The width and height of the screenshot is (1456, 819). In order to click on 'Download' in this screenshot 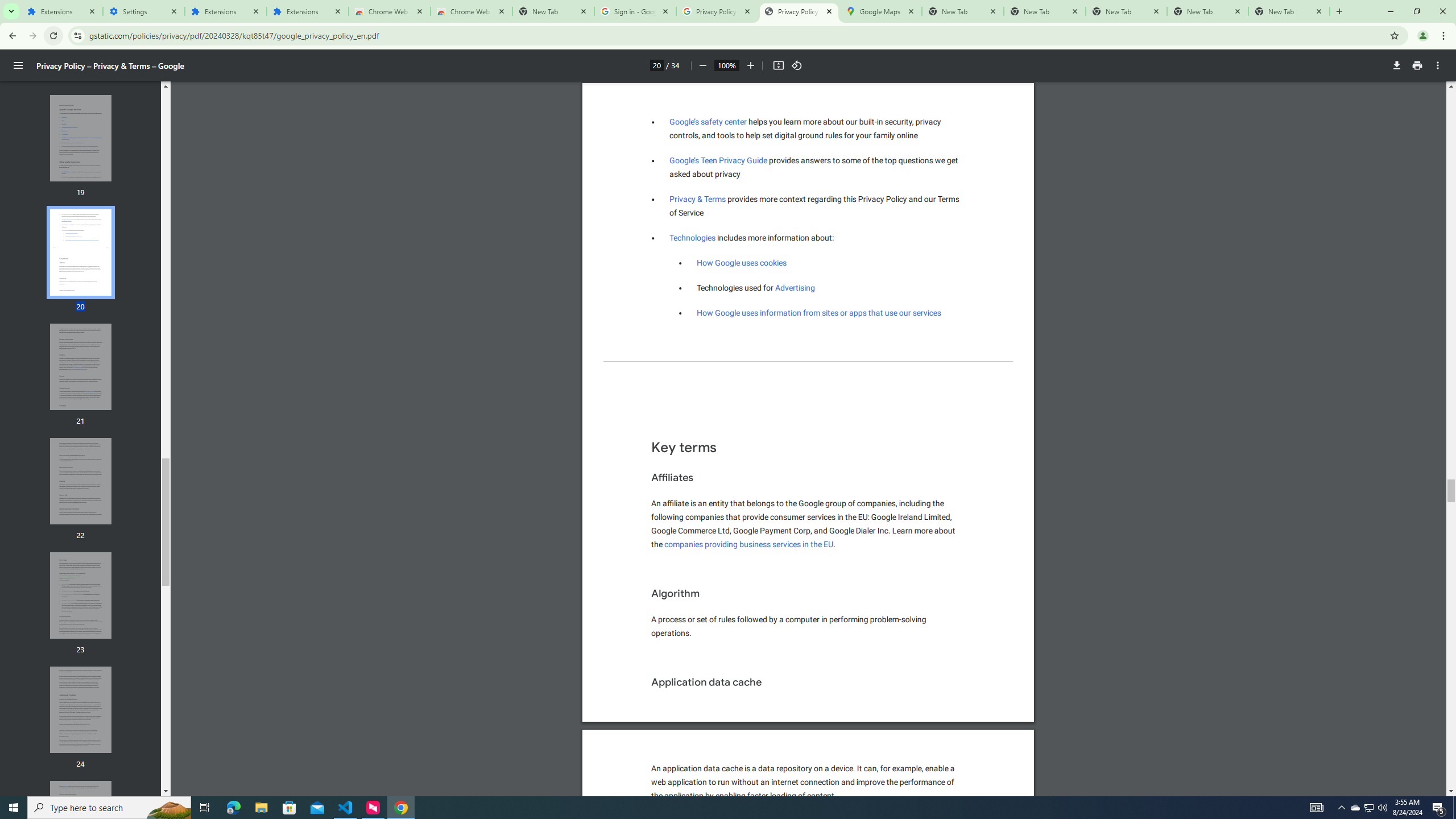, I will do `click(1396, 65)`.